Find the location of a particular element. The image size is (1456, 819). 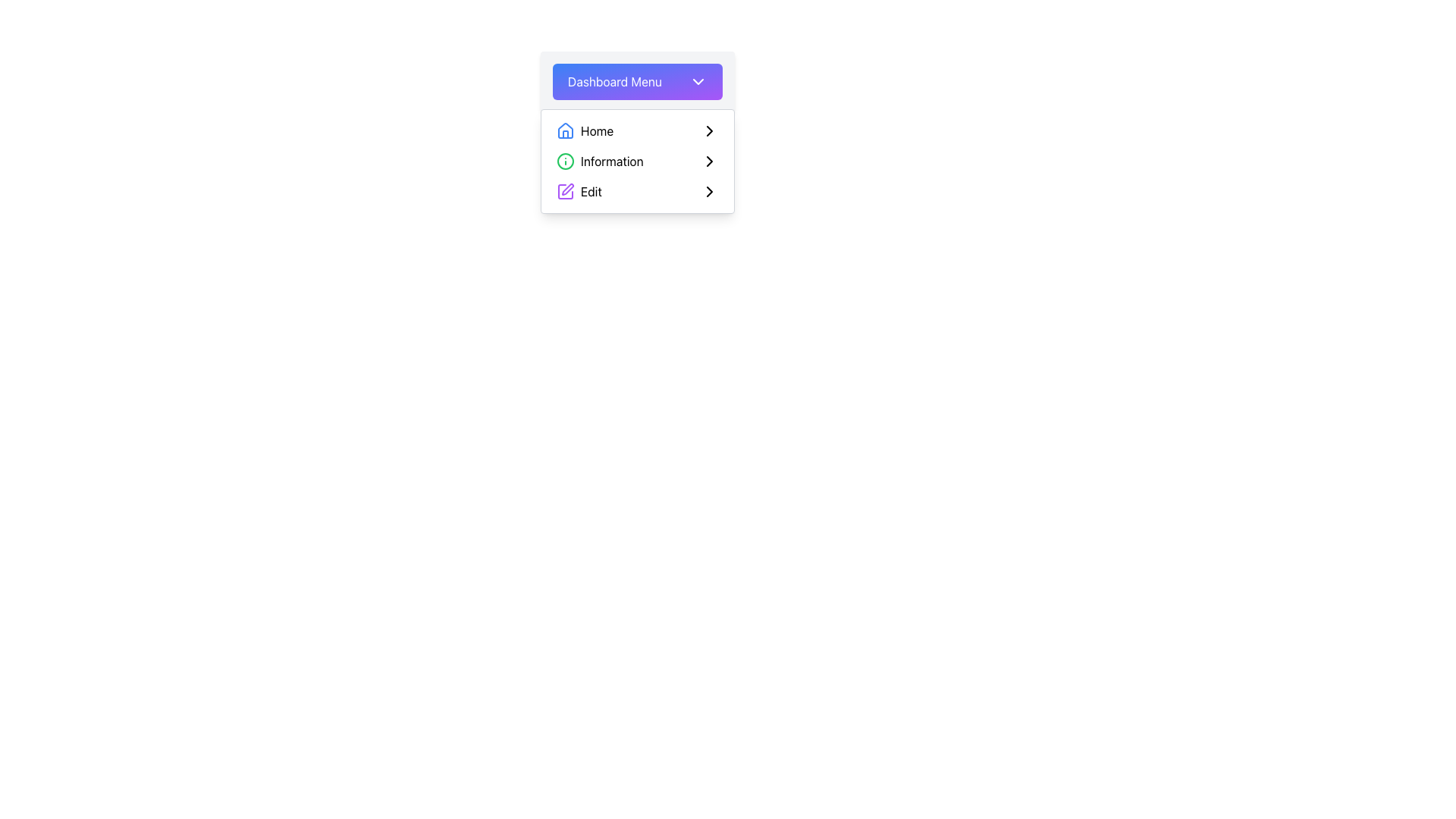

the menu item labeled 'Information', which is the second item in the vertical menu list is located at coordinates (637, 161).